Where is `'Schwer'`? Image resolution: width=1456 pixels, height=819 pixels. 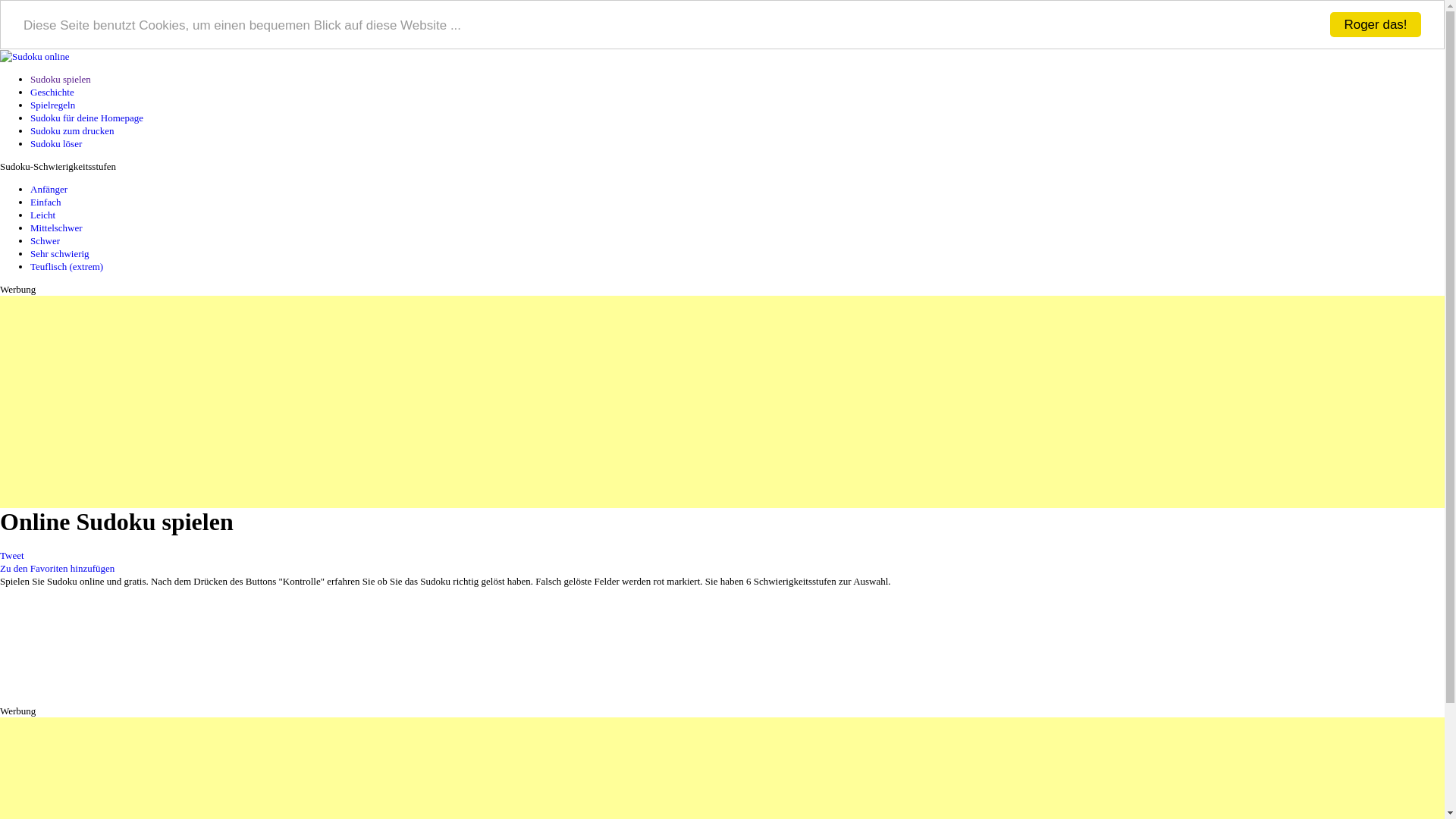 'Schwer' is located at coordinates (45, 240).